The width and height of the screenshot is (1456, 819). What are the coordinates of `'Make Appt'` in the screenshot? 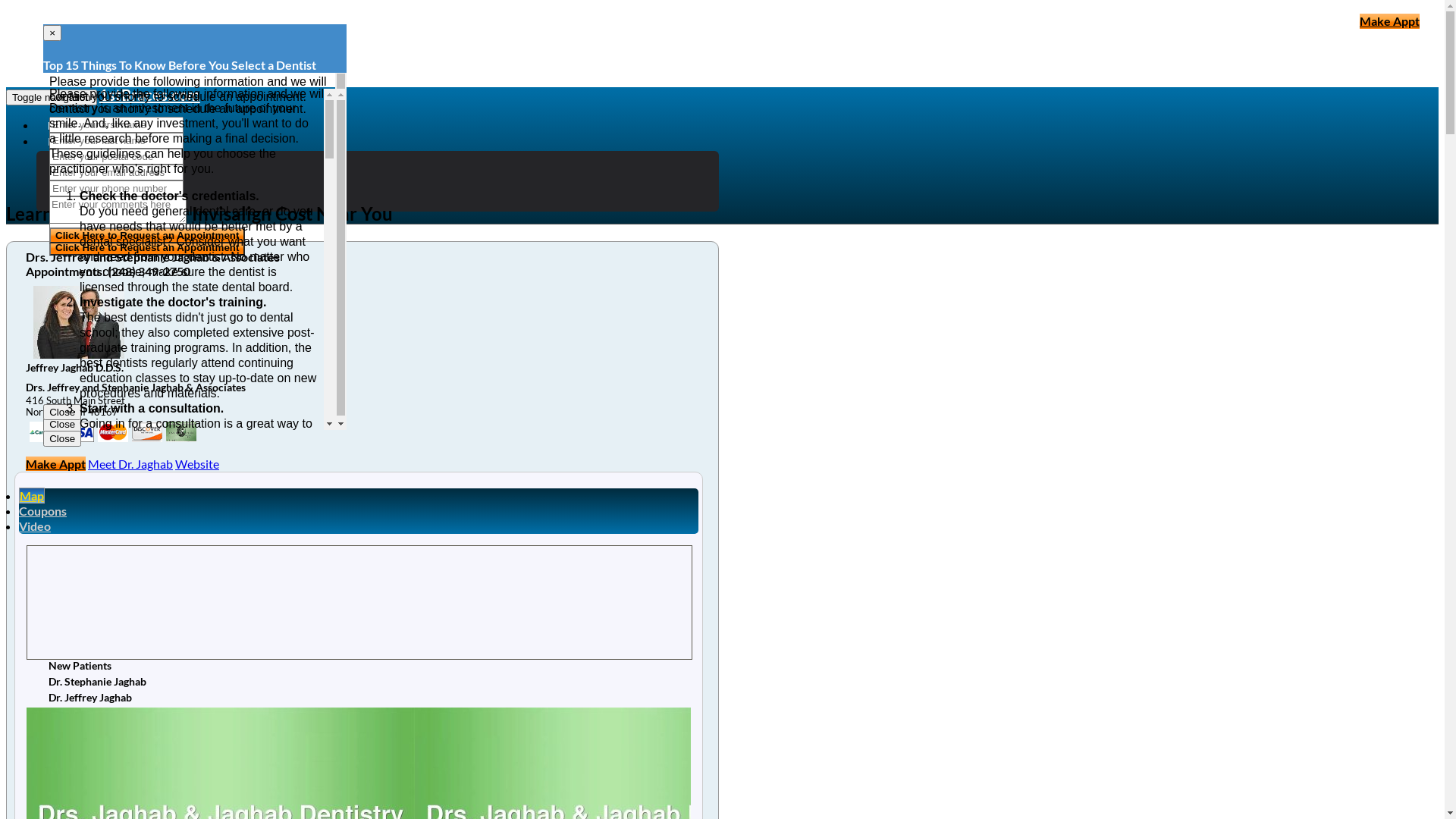 It's located at (55, 463).